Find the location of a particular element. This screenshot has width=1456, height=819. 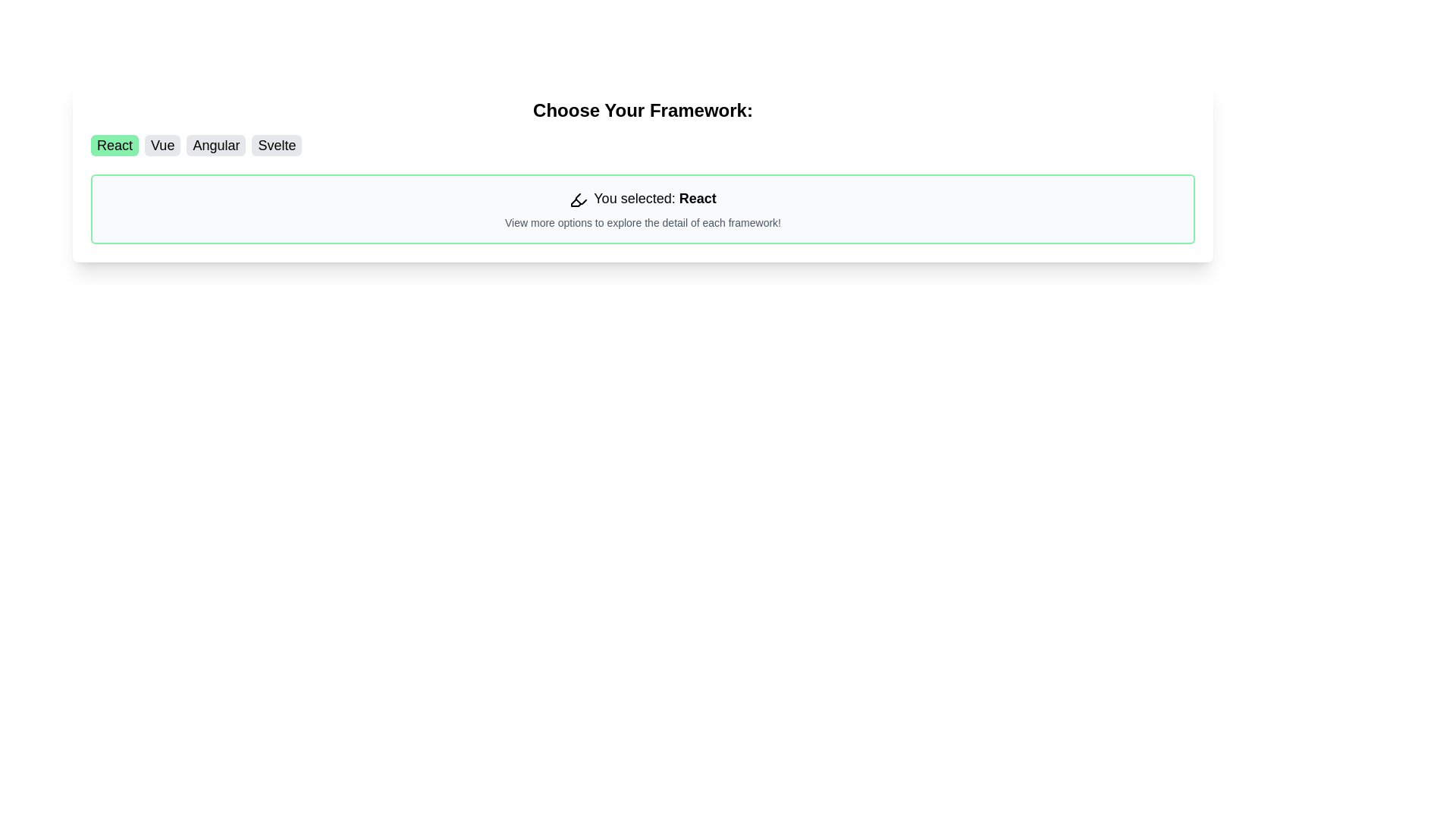

the Text Label displaying 'View more options is located at coordinates (643, 222).